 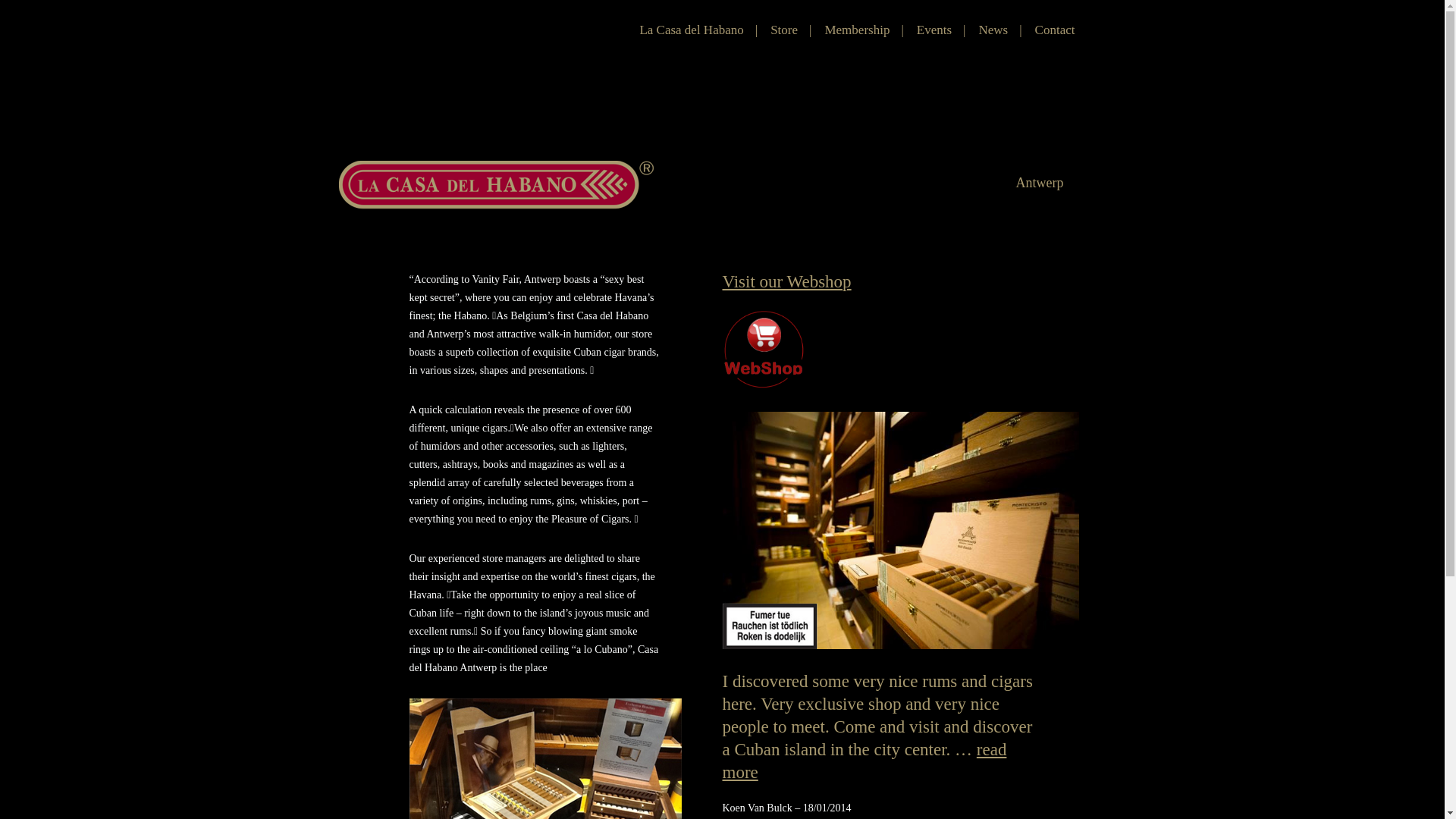 What do you see at coordinates (763, 348) in the screenshot?
I see `'Webshop'` at bounding box center [763, 348].